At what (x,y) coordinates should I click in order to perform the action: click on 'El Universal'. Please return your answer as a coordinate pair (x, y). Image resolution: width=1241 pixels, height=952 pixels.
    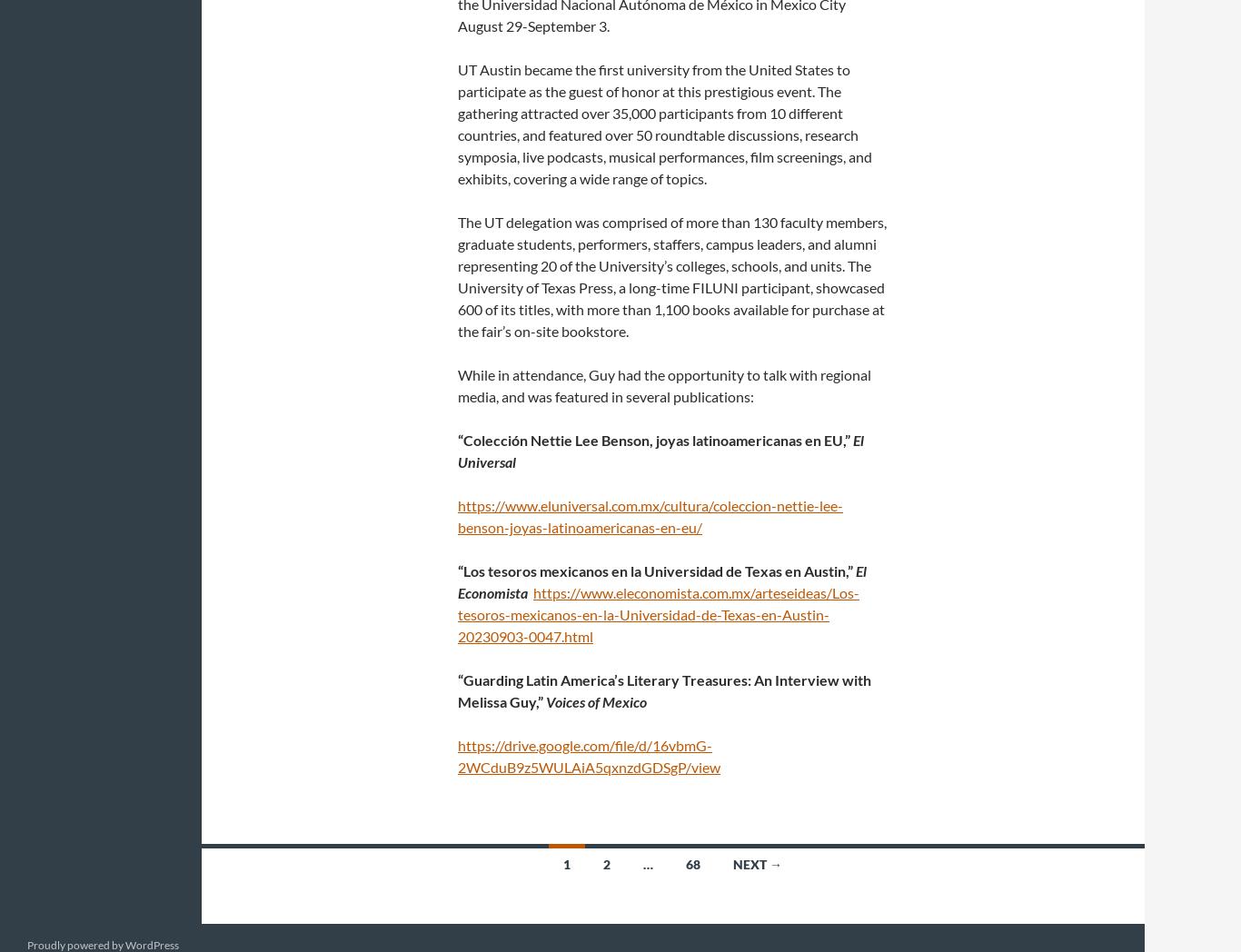
    Looking at the image, I should click on (660, 451).